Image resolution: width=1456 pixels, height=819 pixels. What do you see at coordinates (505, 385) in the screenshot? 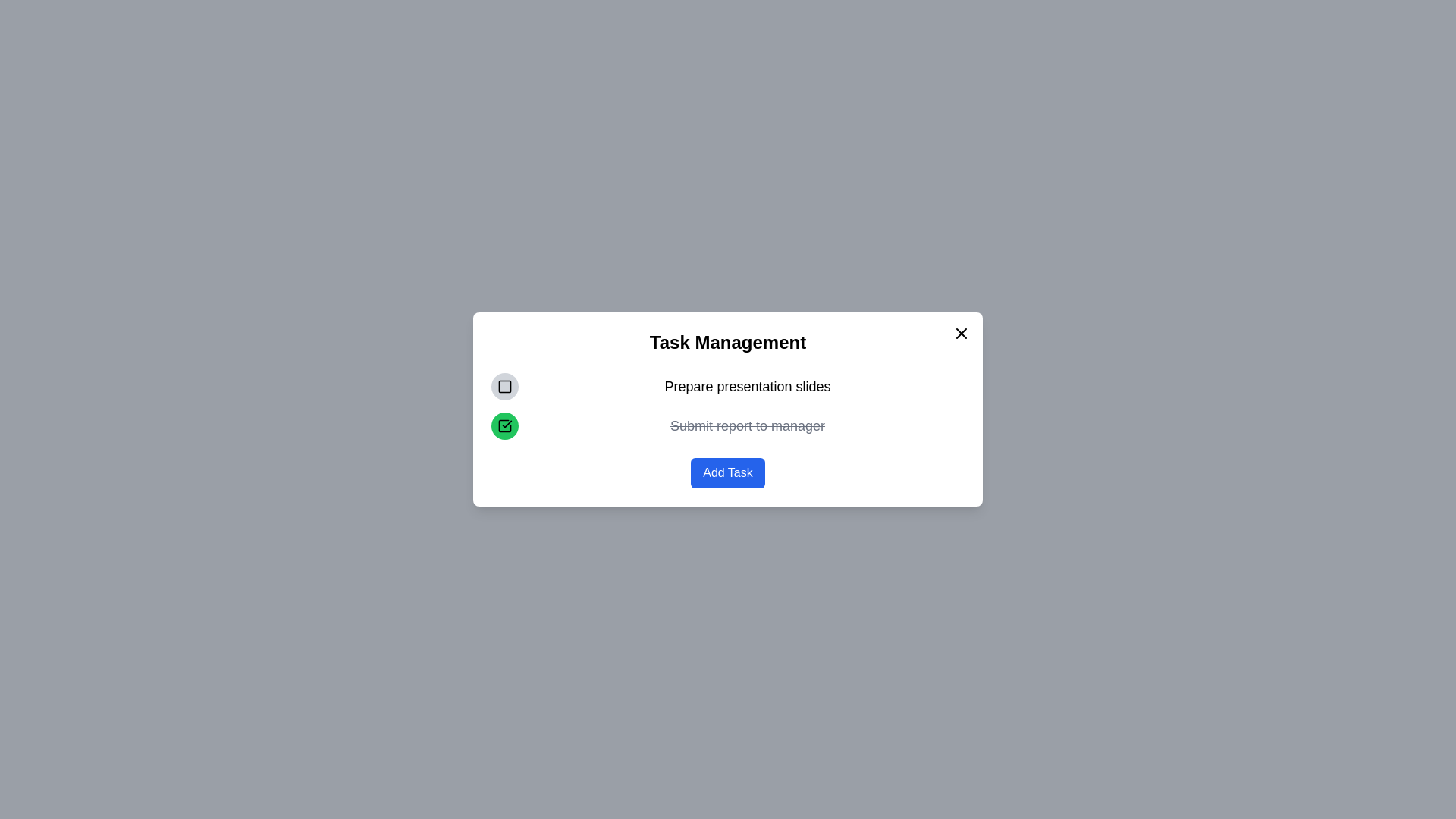
I see `the button labeled 'Prepare presentation slides'` at bounding box center [505, 385].